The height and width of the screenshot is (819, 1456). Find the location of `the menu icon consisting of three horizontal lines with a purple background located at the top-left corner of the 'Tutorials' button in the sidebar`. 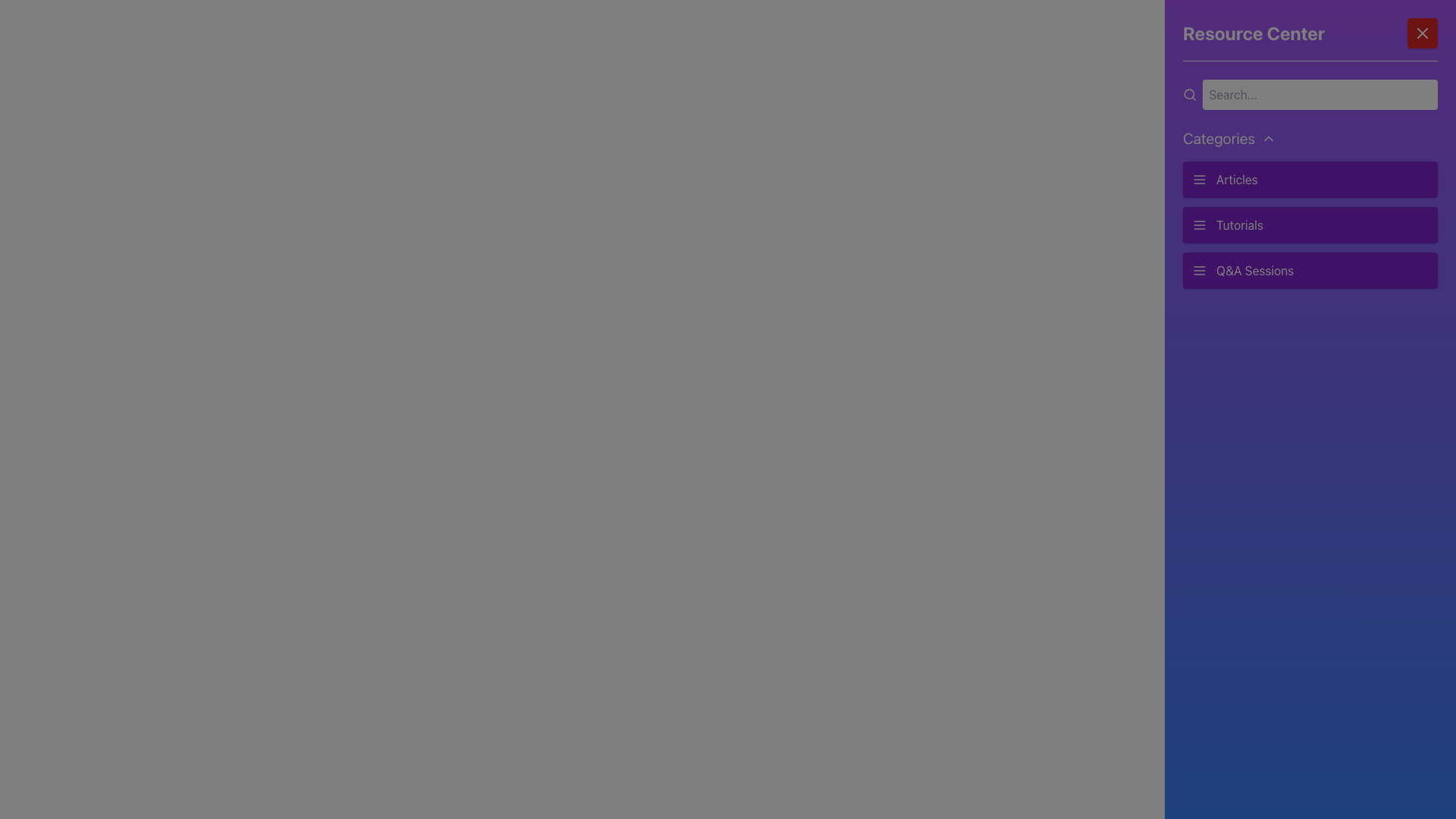

the menu icon consisting of three horizontal lines with a purple background located at the top-left corner of the 'Tutorials' button in the sidebar is located at coordinates (1199, 225).